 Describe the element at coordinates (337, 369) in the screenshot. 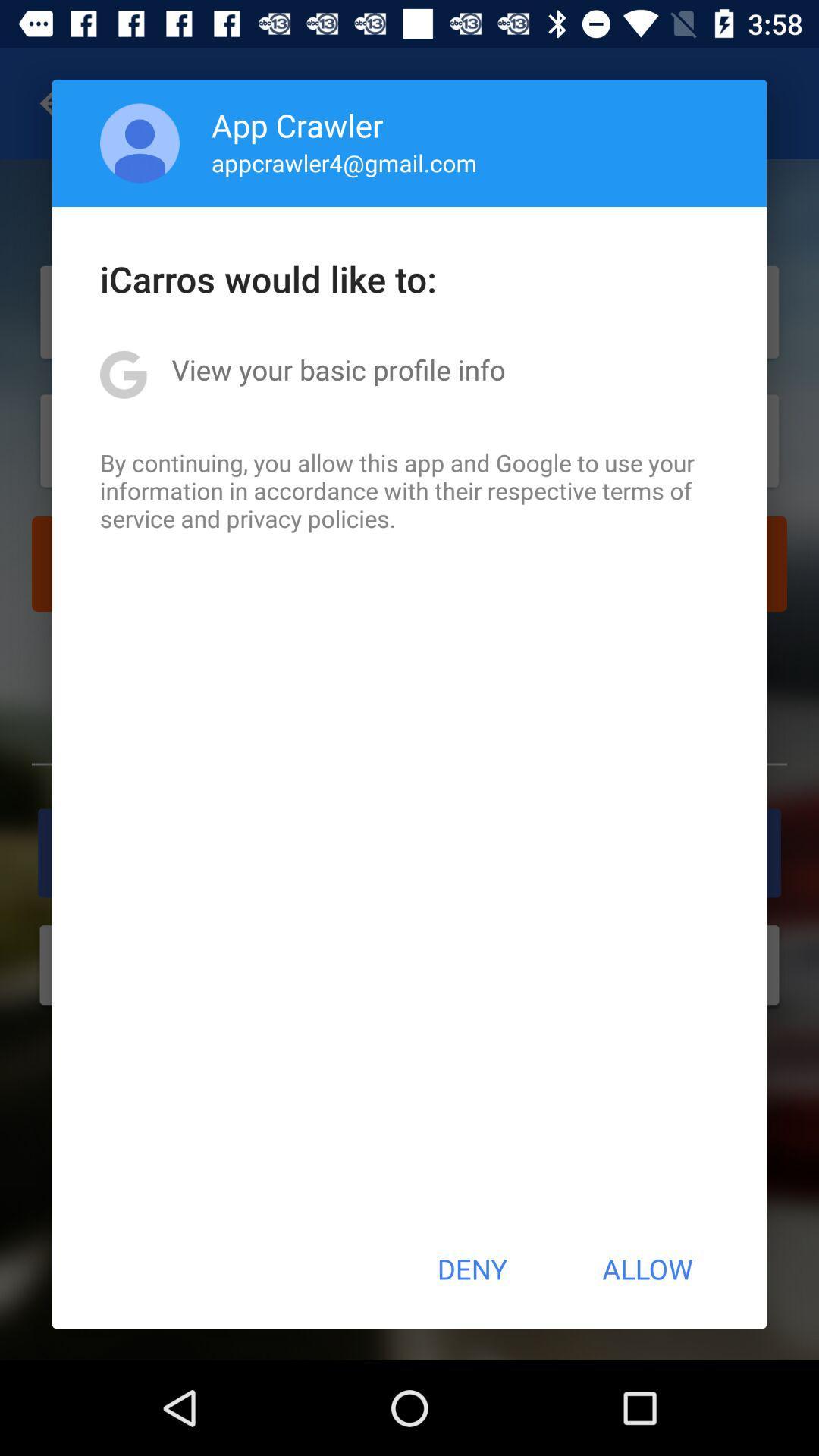

I see `the icon above by continuing you icon` at that location.